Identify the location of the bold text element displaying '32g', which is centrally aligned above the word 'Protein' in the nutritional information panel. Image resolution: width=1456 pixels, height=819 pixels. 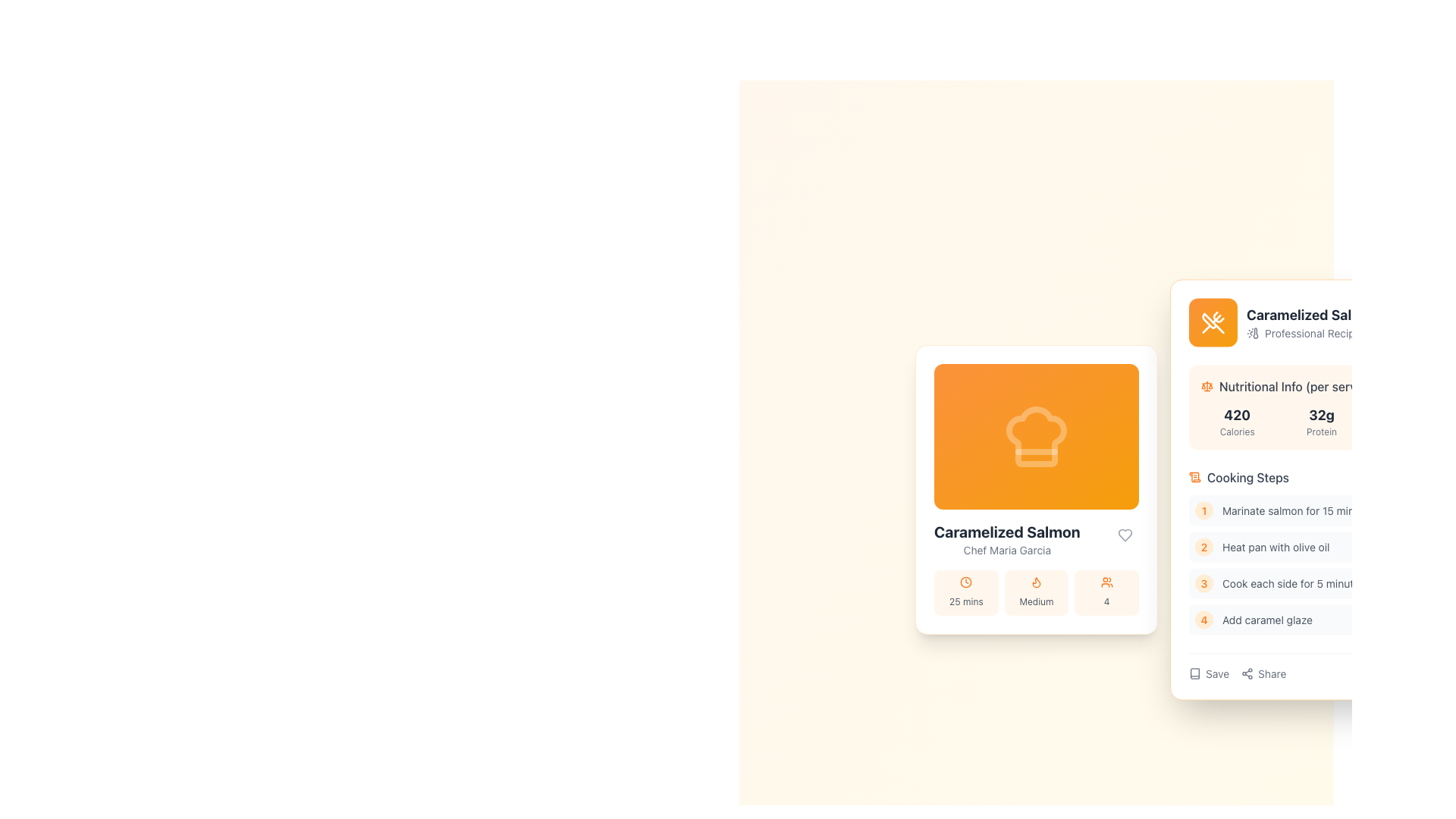
(1320, 415).